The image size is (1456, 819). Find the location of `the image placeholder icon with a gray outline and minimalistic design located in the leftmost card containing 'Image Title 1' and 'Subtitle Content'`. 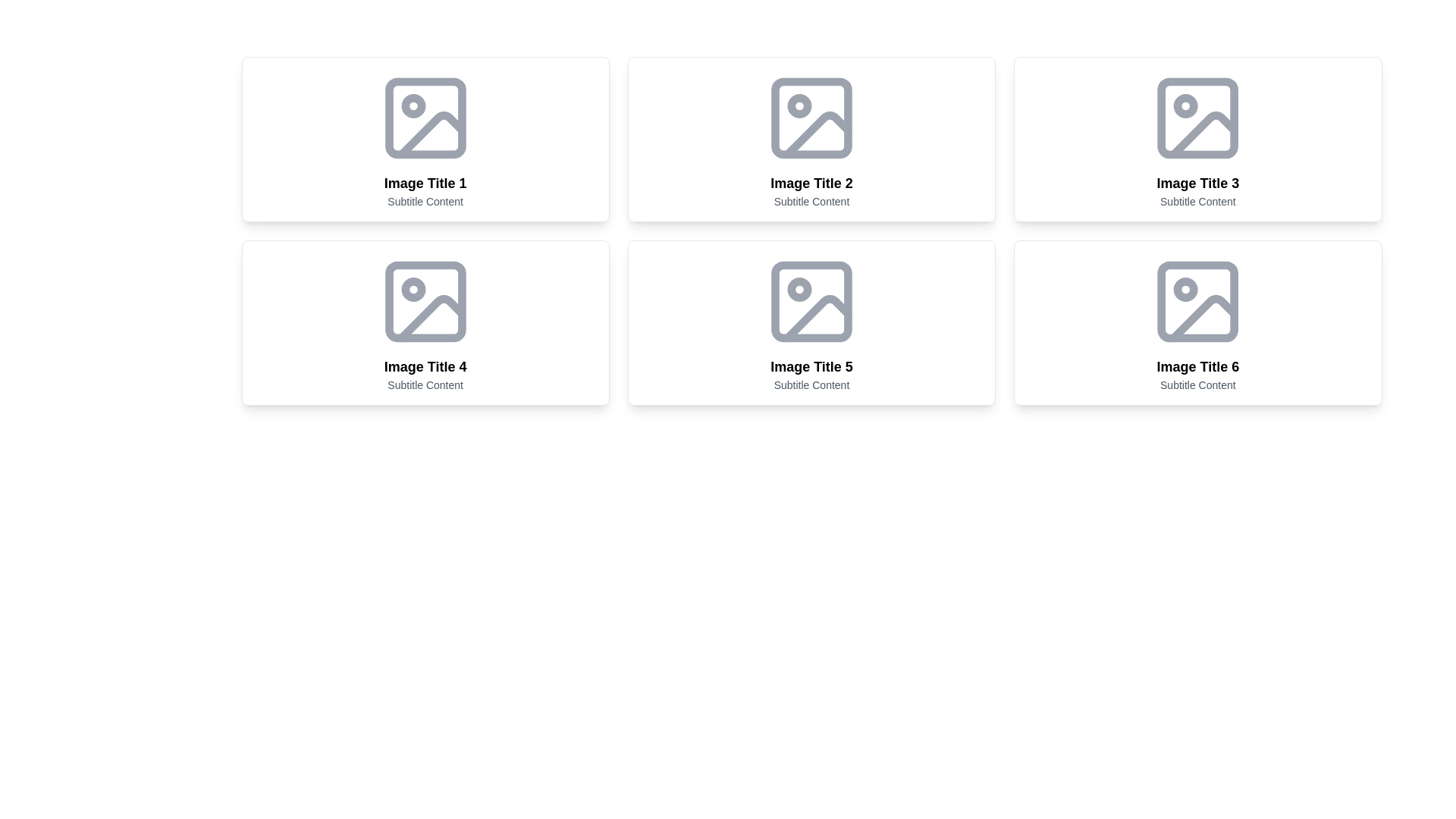

the image placeholder icon with a gray outline and minimalistic design located in the leftmost card containing 'Image Title 1' and 'Subtitle Content' is located at coordinates (425, 117).